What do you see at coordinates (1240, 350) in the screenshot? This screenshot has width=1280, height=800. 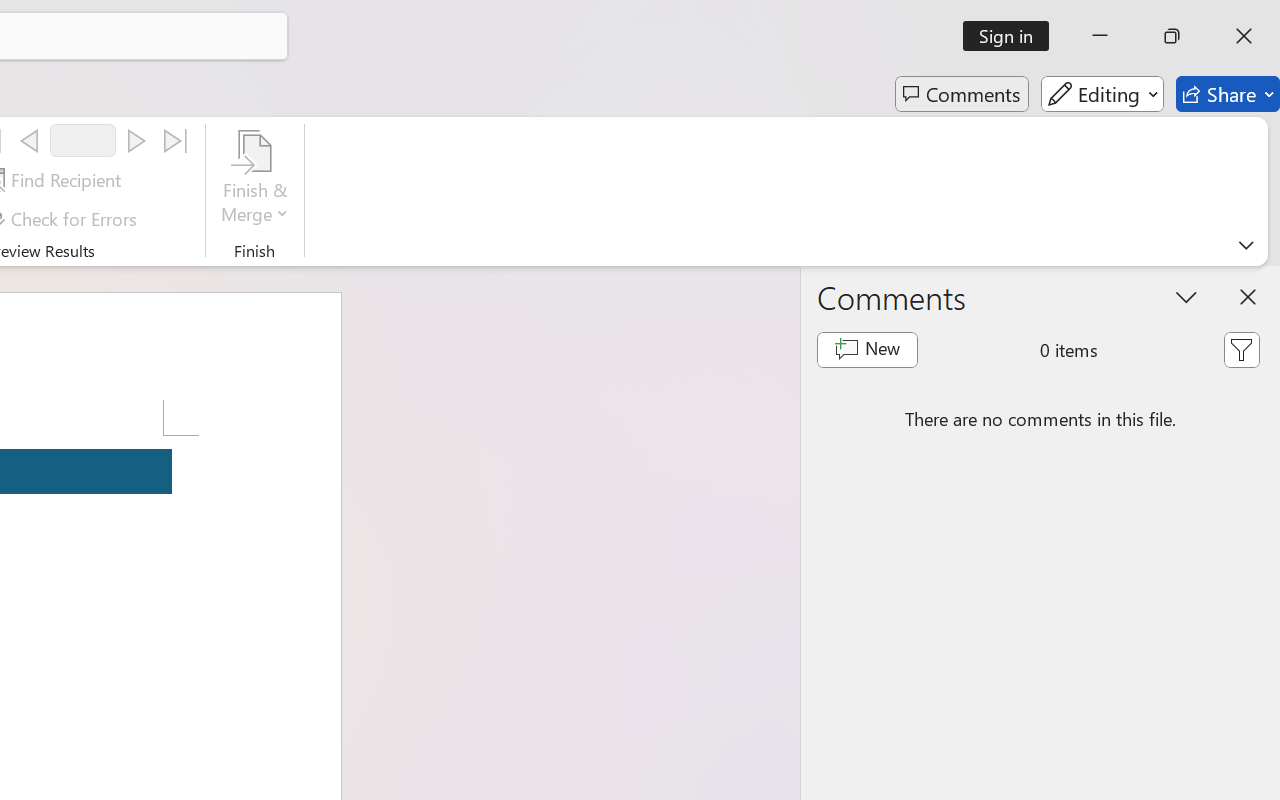 I see `'Filter'` at bounding box center [1240, 350].